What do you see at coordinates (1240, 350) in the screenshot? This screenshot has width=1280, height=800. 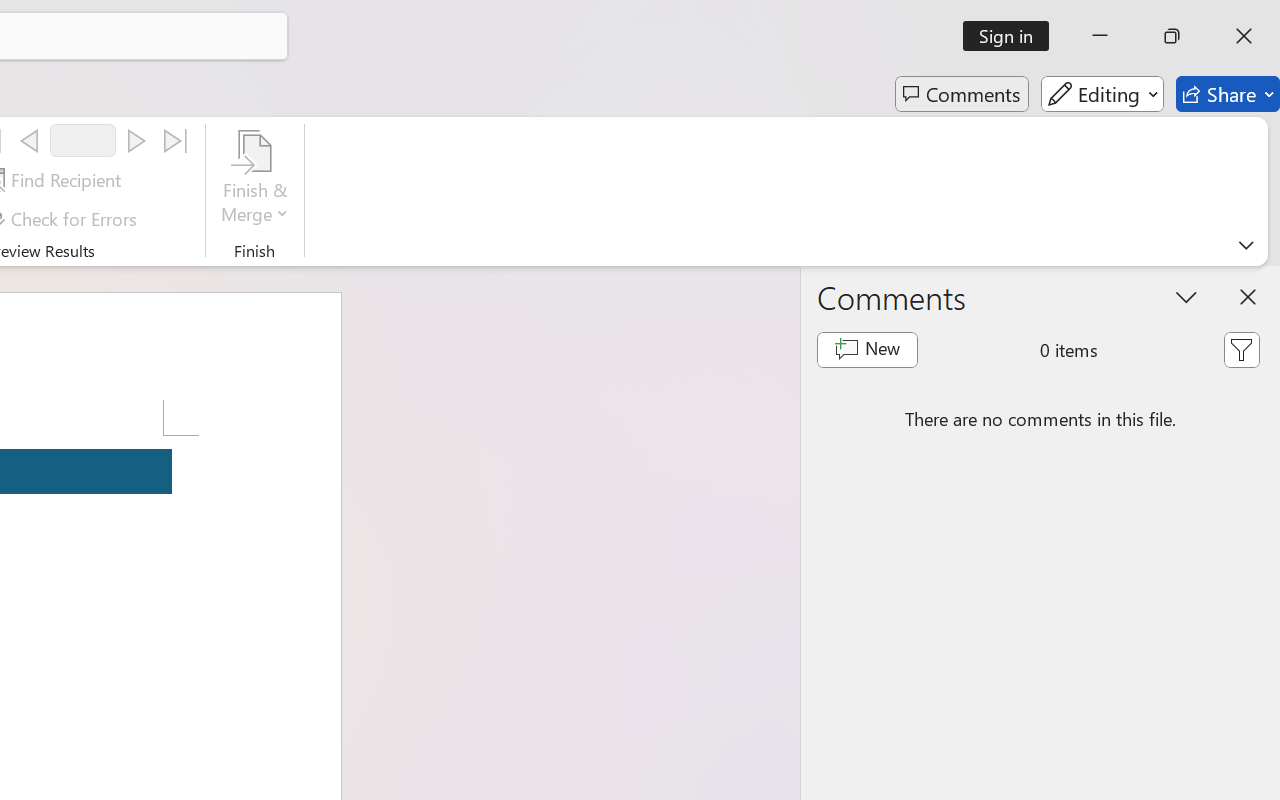 I see `'Filter'` at bounding box center [1240, 350].